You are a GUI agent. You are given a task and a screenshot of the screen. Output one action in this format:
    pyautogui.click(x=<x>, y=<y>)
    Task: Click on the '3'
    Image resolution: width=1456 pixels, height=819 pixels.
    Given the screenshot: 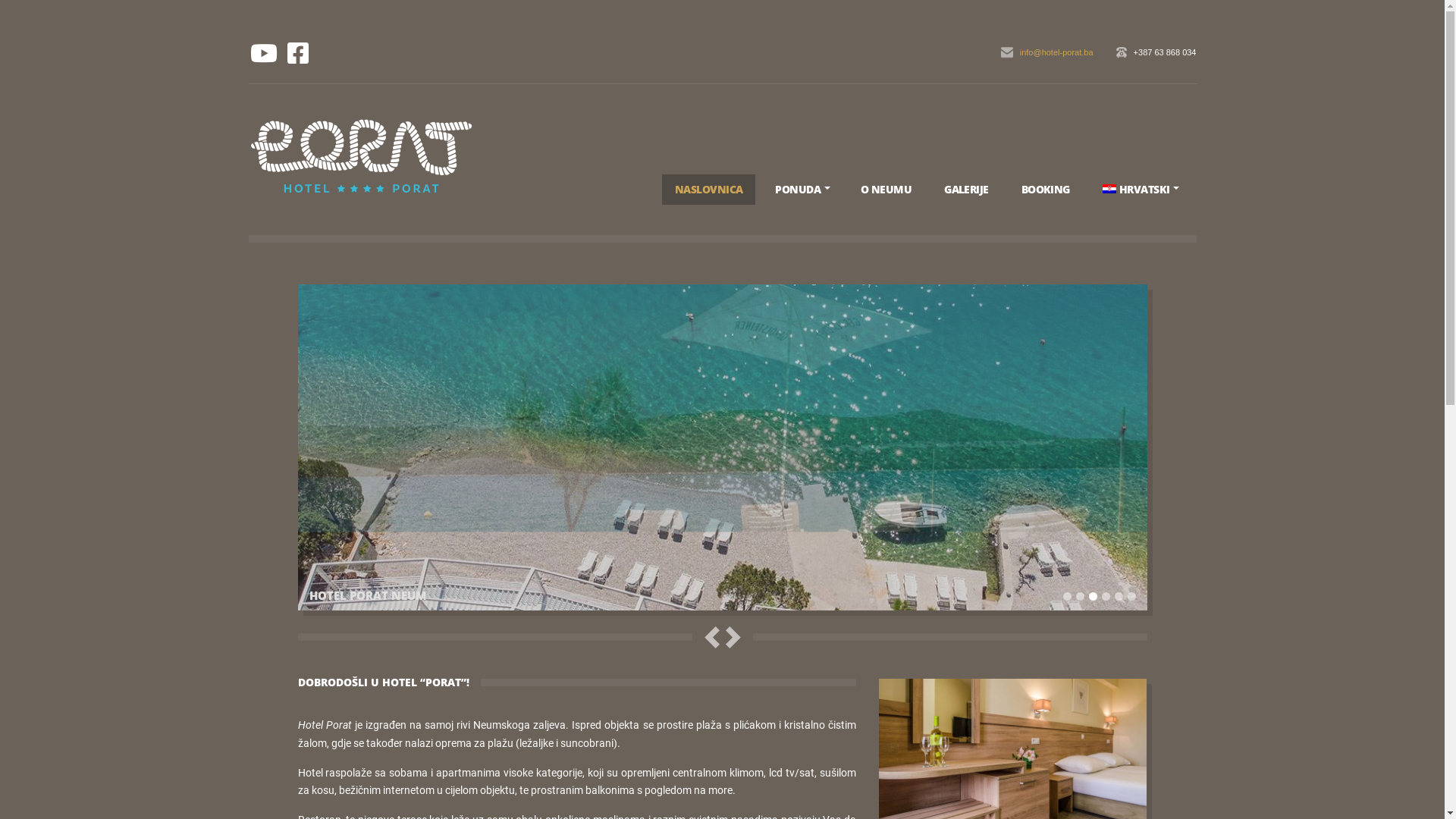 What is the action you would take?
    pyautogui.click(x=1093, y=595)
    